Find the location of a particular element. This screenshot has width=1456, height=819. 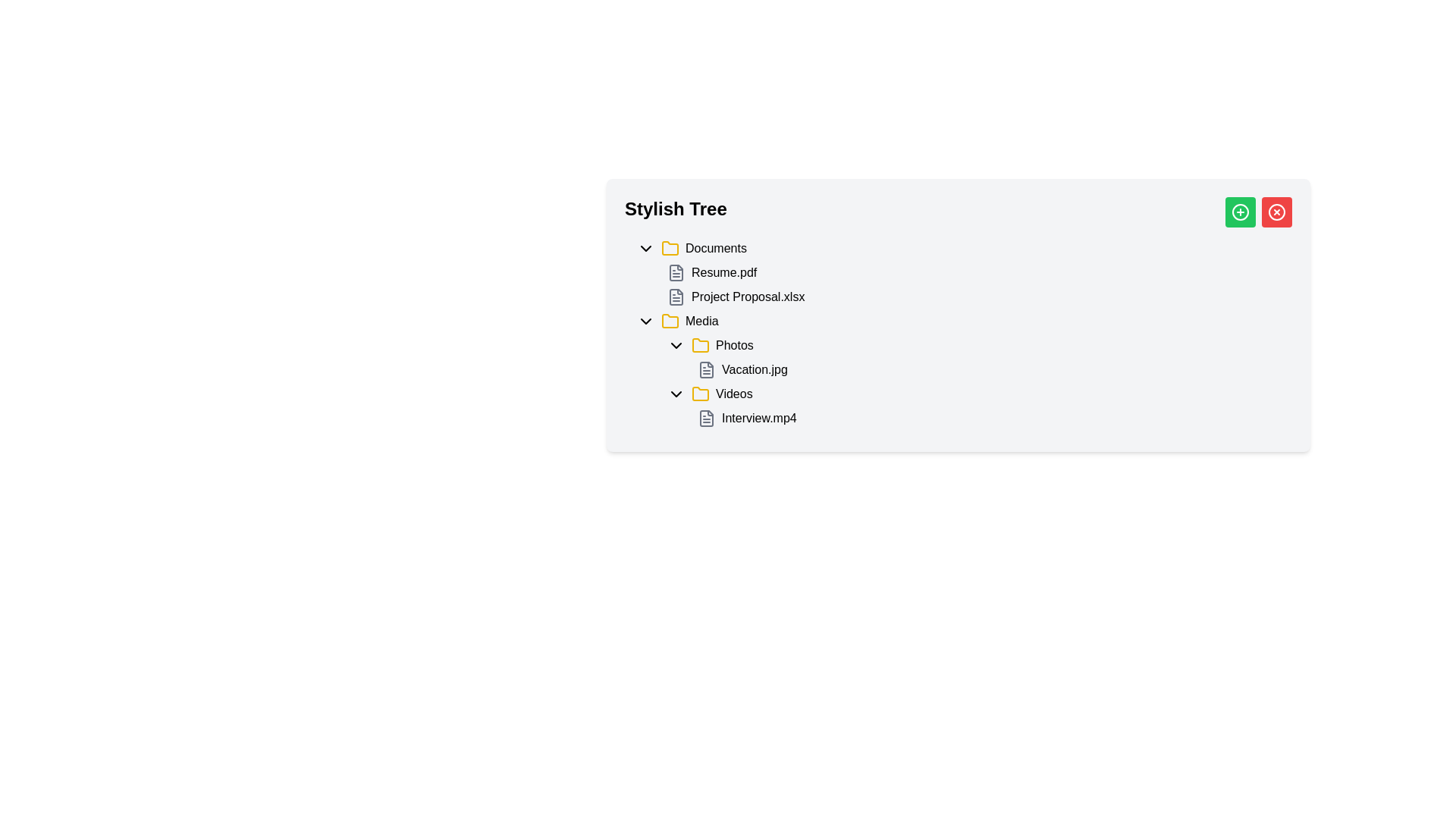

the gray outlined document icon located next to the text 'Resume.pdf' in the expandable tree under the 'Documents' group is located at coordinates (676, 271).